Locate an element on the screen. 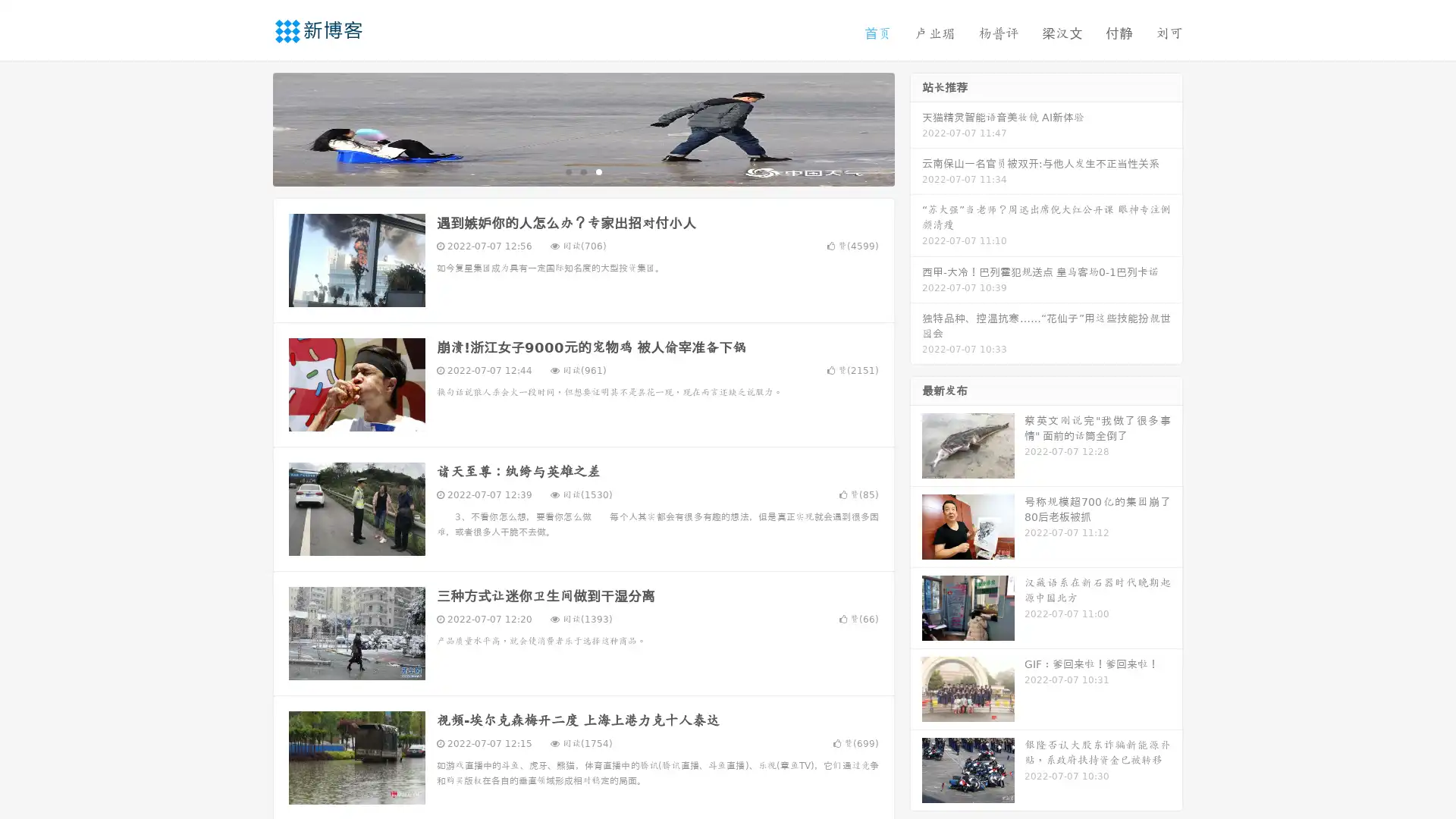  Next slide is located at coordinates (916, 127).